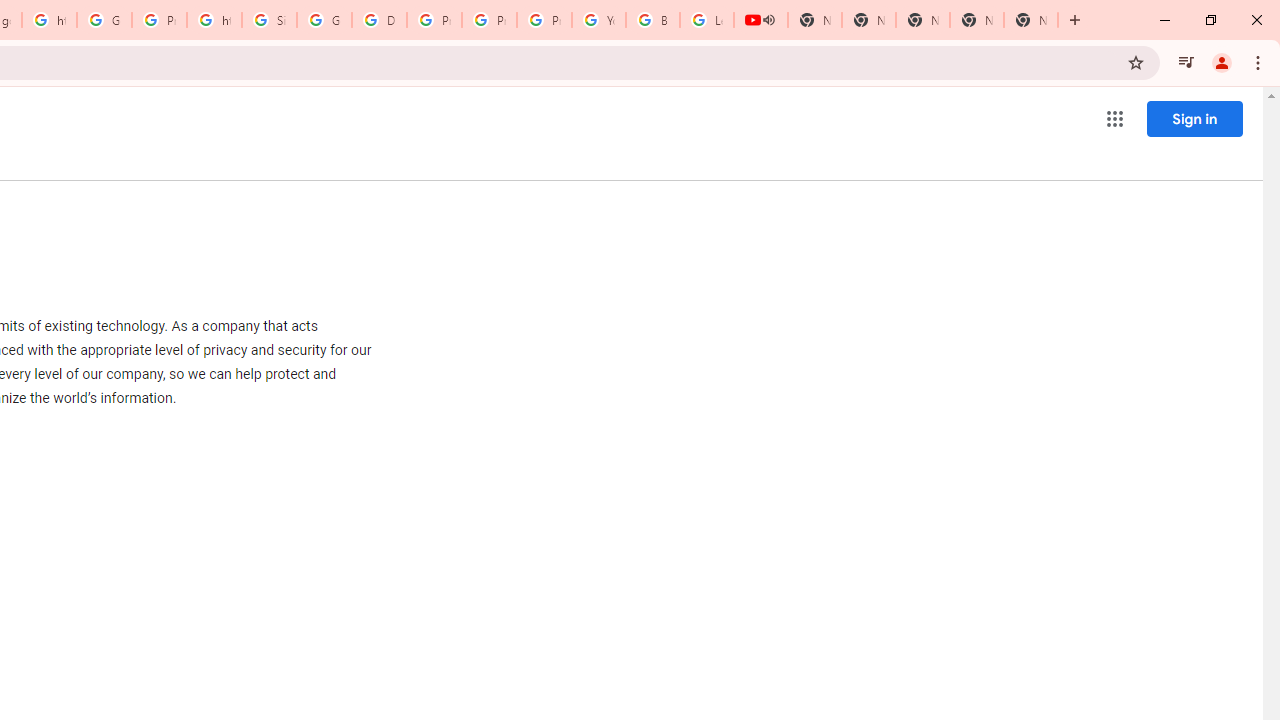  I want to click on 'https://scholar.google.com/', so click(214, 20).